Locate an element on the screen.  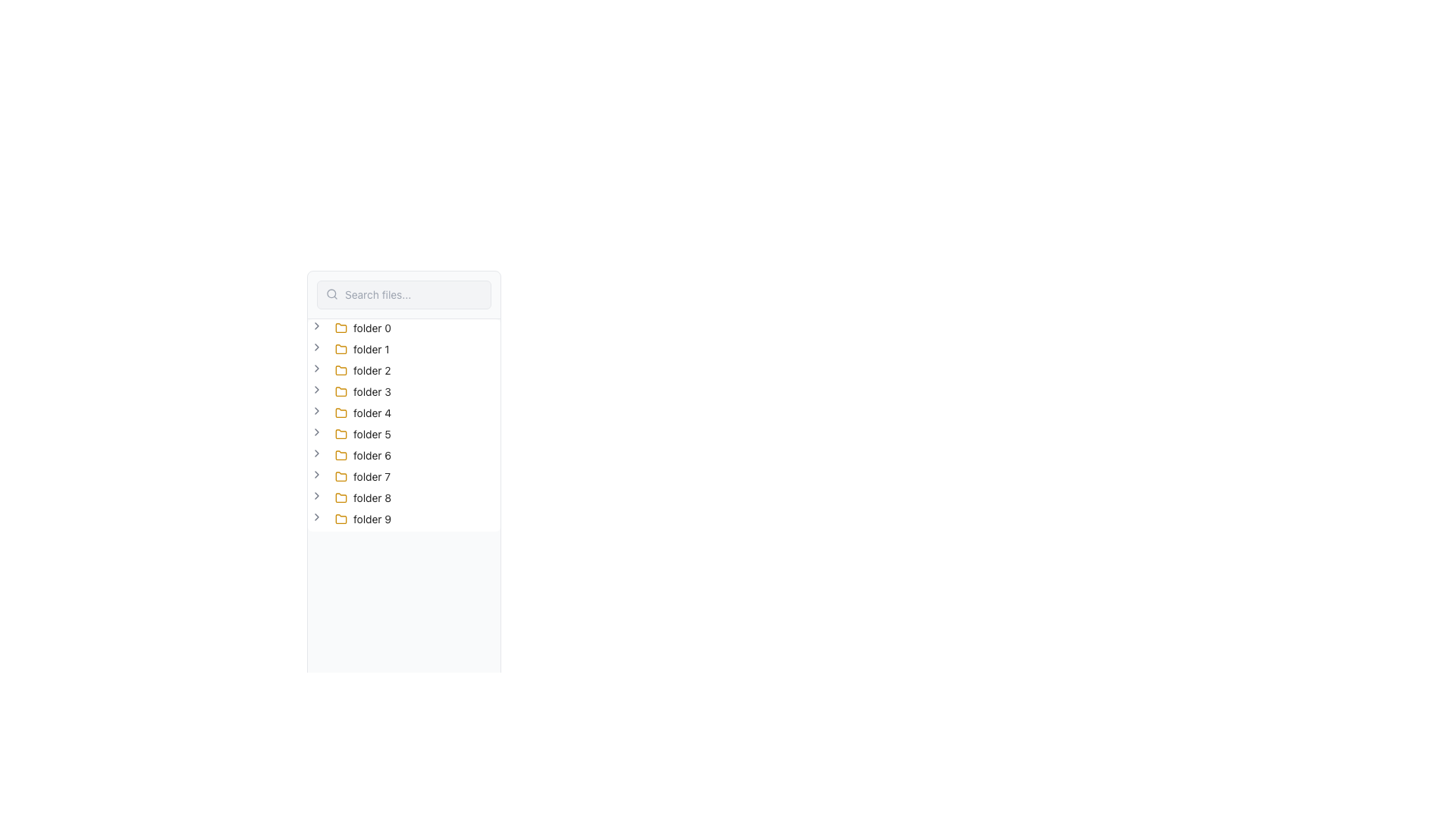
the yellow folder icon located next to the text 'folder 8' is located at coordinates (340, 497).